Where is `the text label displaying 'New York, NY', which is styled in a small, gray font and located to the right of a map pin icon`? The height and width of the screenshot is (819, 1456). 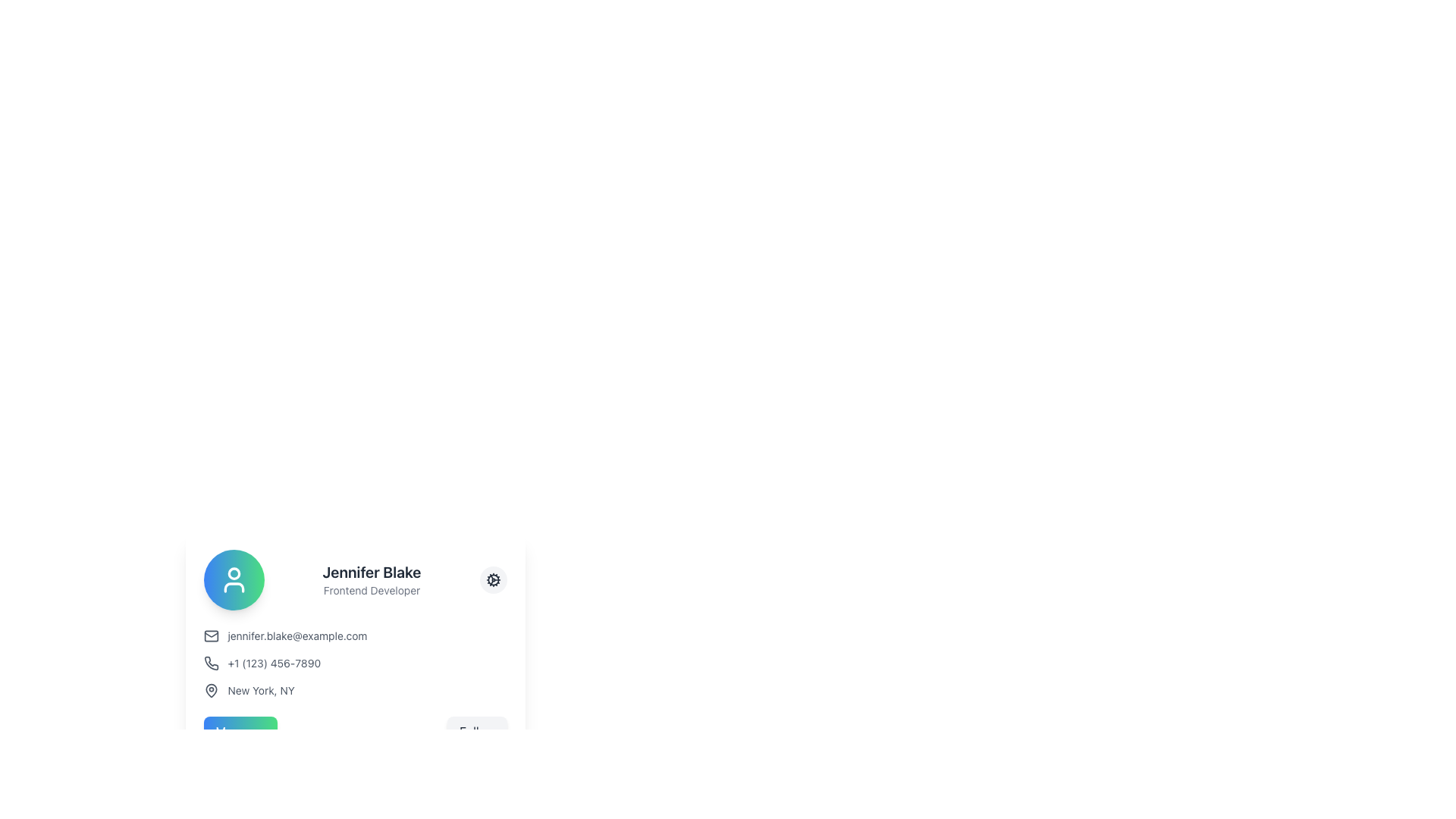 the text label displaying 'New York, NY', which is styled in a small, gray font and located to the right of a map pin icon is located at coordinates (261, 690).